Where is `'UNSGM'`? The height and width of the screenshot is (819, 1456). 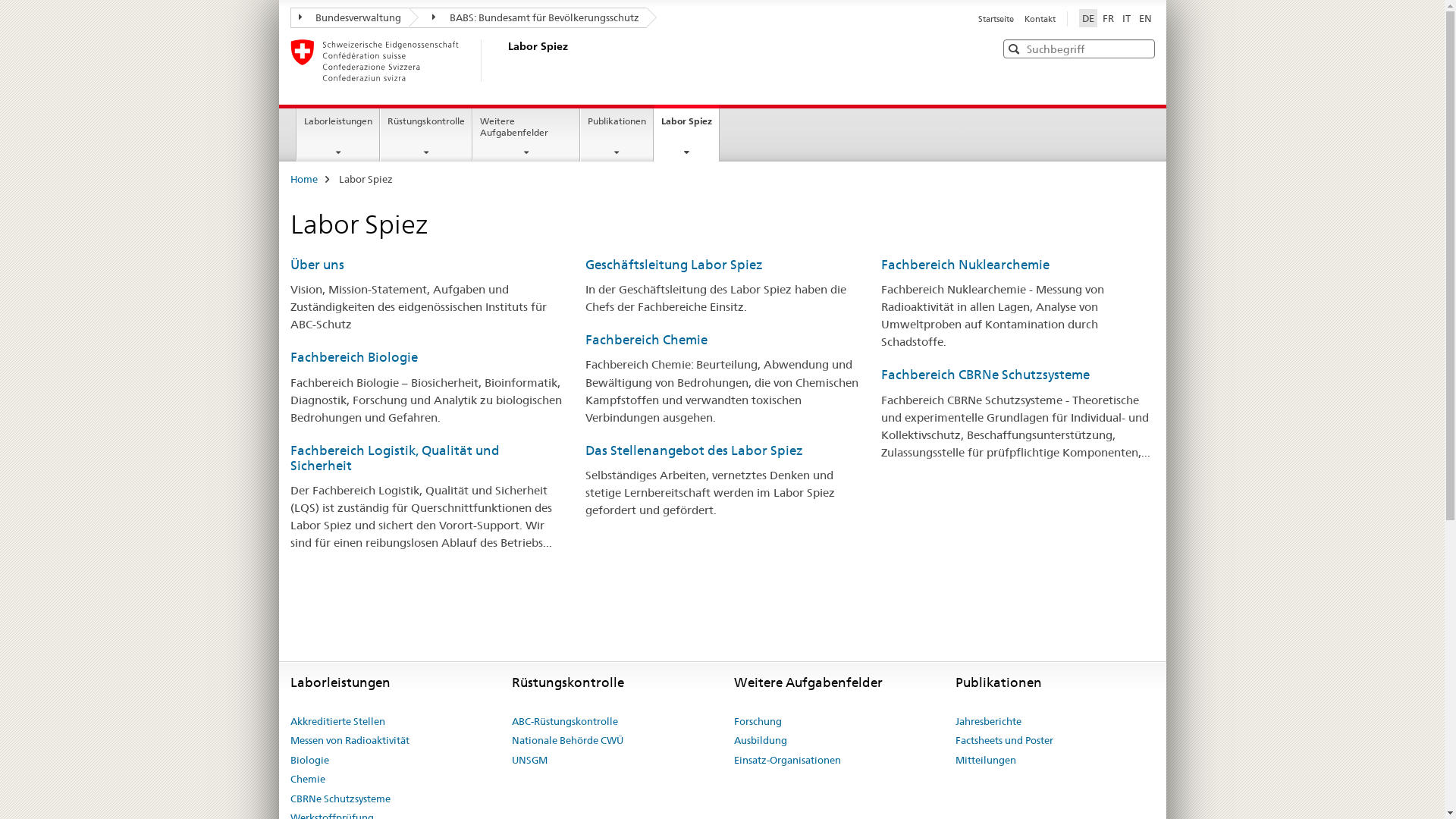
'UNSGM' is located at coordinates (529, 760).